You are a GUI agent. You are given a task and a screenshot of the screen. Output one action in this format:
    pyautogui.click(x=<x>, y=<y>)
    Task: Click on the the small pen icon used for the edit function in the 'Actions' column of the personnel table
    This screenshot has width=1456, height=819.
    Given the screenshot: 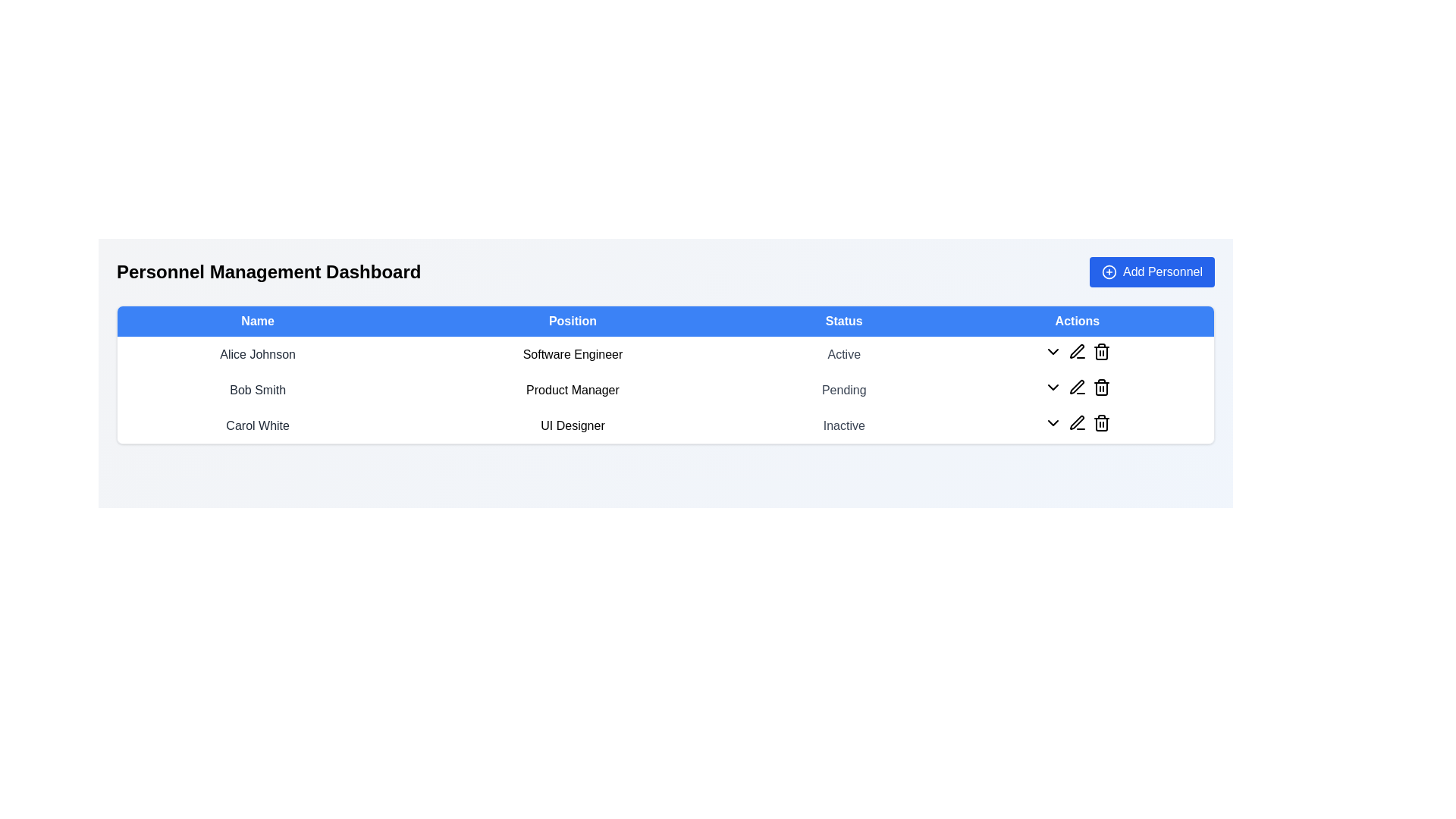 What is the action you would take?
    pyautogui.click(x=1076, y=351)
    